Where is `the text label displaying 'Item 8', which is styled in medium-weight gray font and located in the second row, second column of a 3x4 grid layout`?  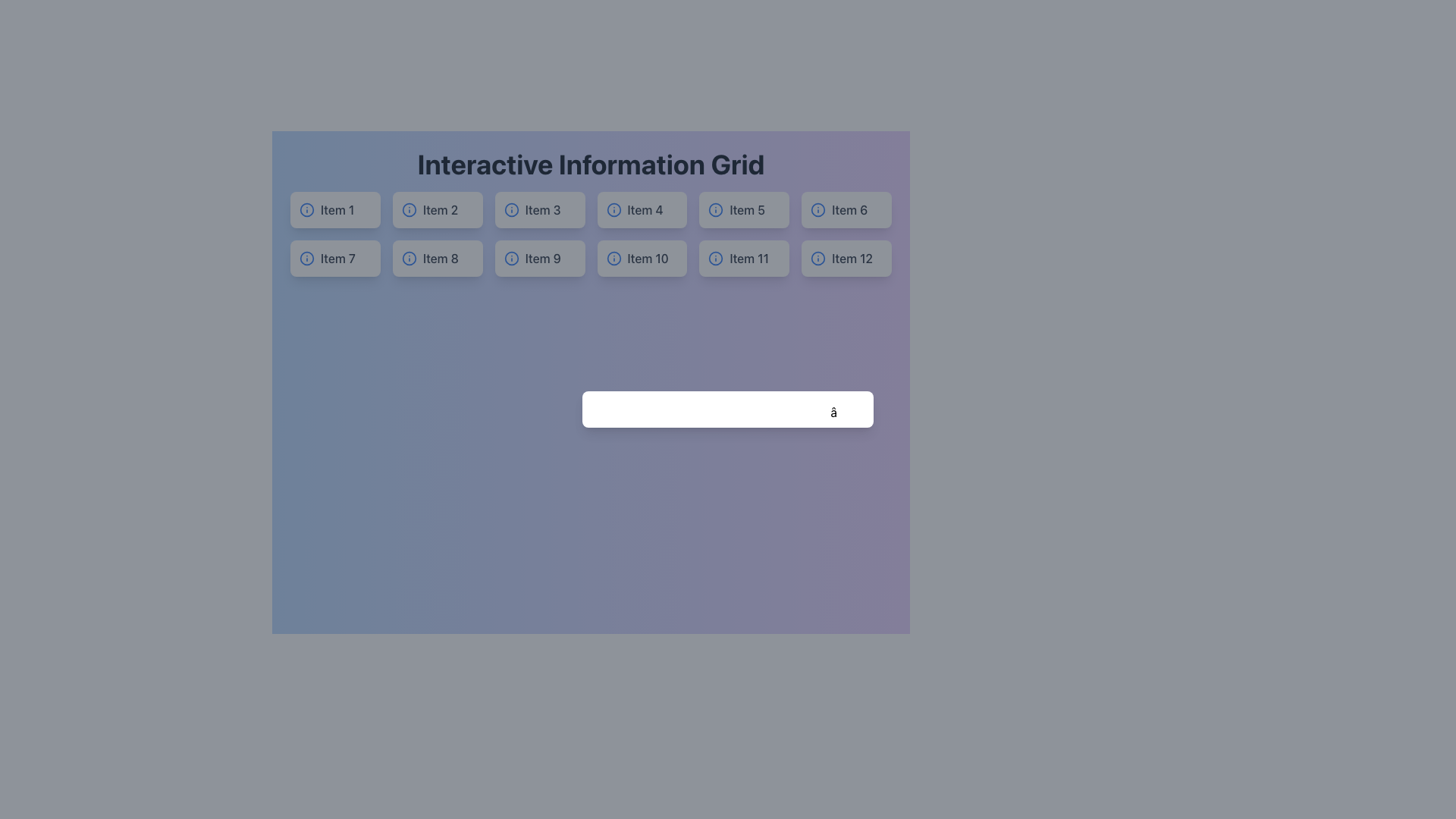
the text label displaying 'Item 8', which is styled in medium-weight gray font and located in the second row, second column of a 3x4 grid layout is located at coordinates (440, 257).